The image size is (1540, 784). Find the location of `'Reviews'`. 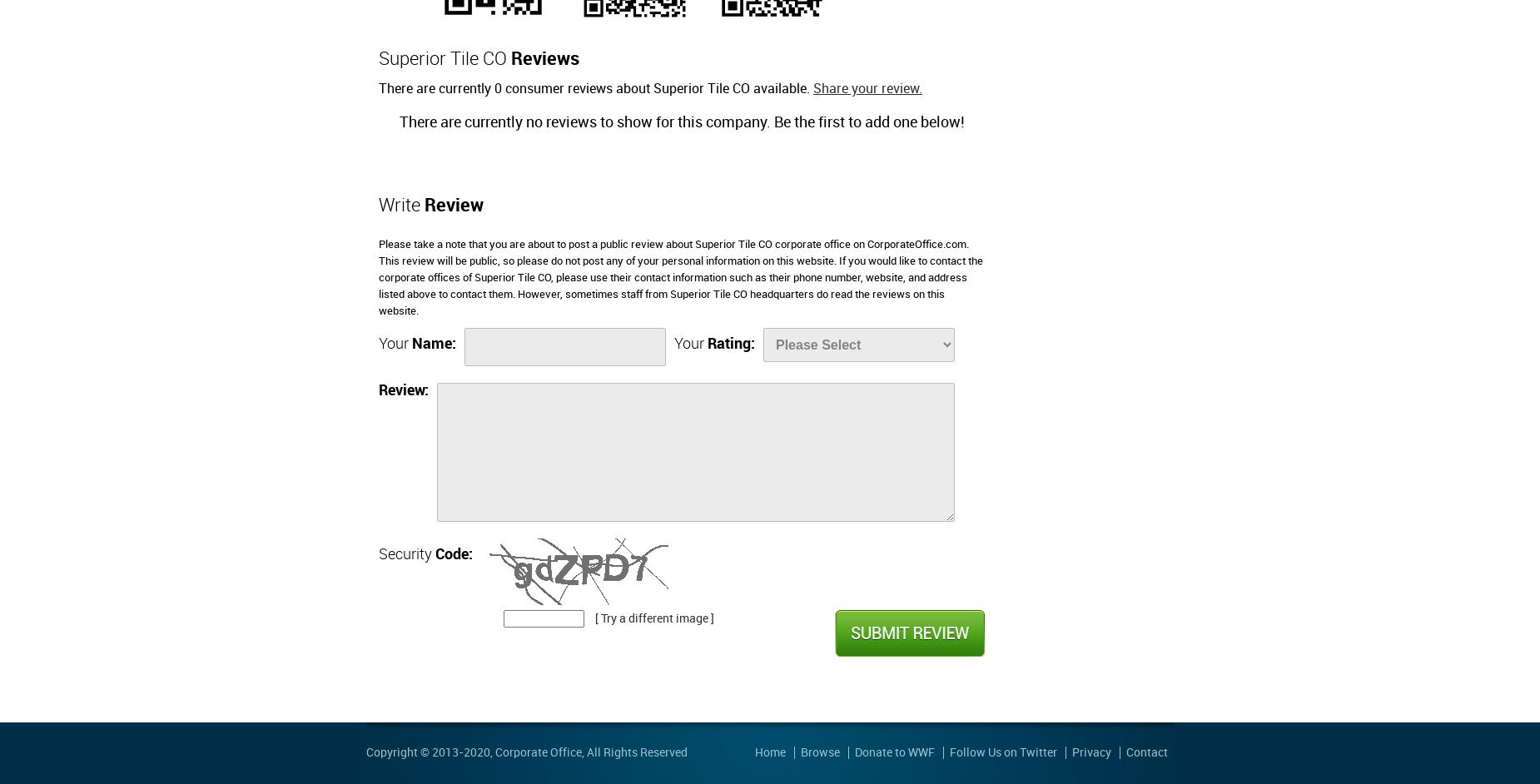

'Reviews' is located at coordinates (545, 58).